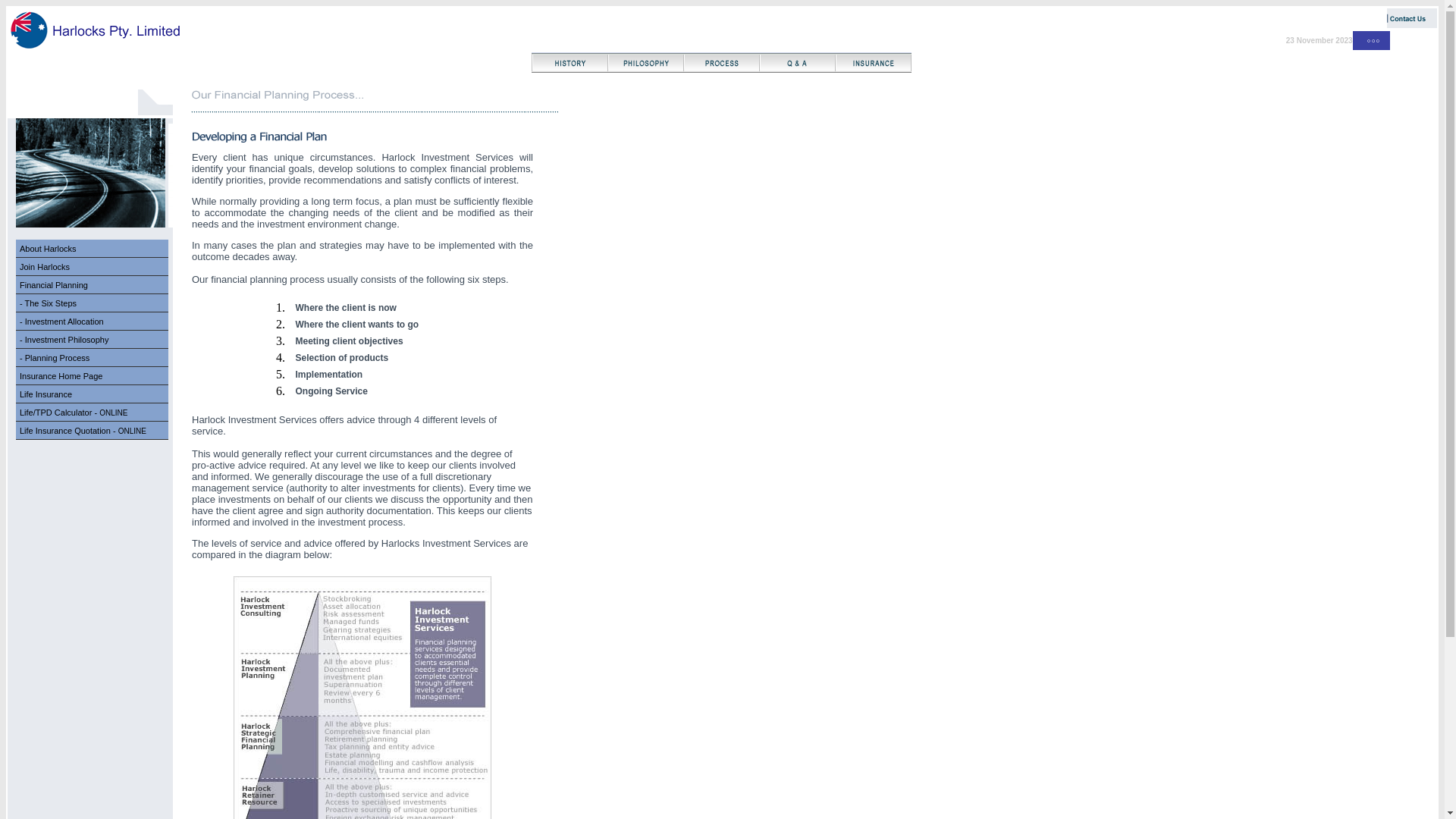 The image size is (1456, 819). Describe the element at coordinates (91, 265) in the screenshot. I see `'Join Harlocks'` at that location.